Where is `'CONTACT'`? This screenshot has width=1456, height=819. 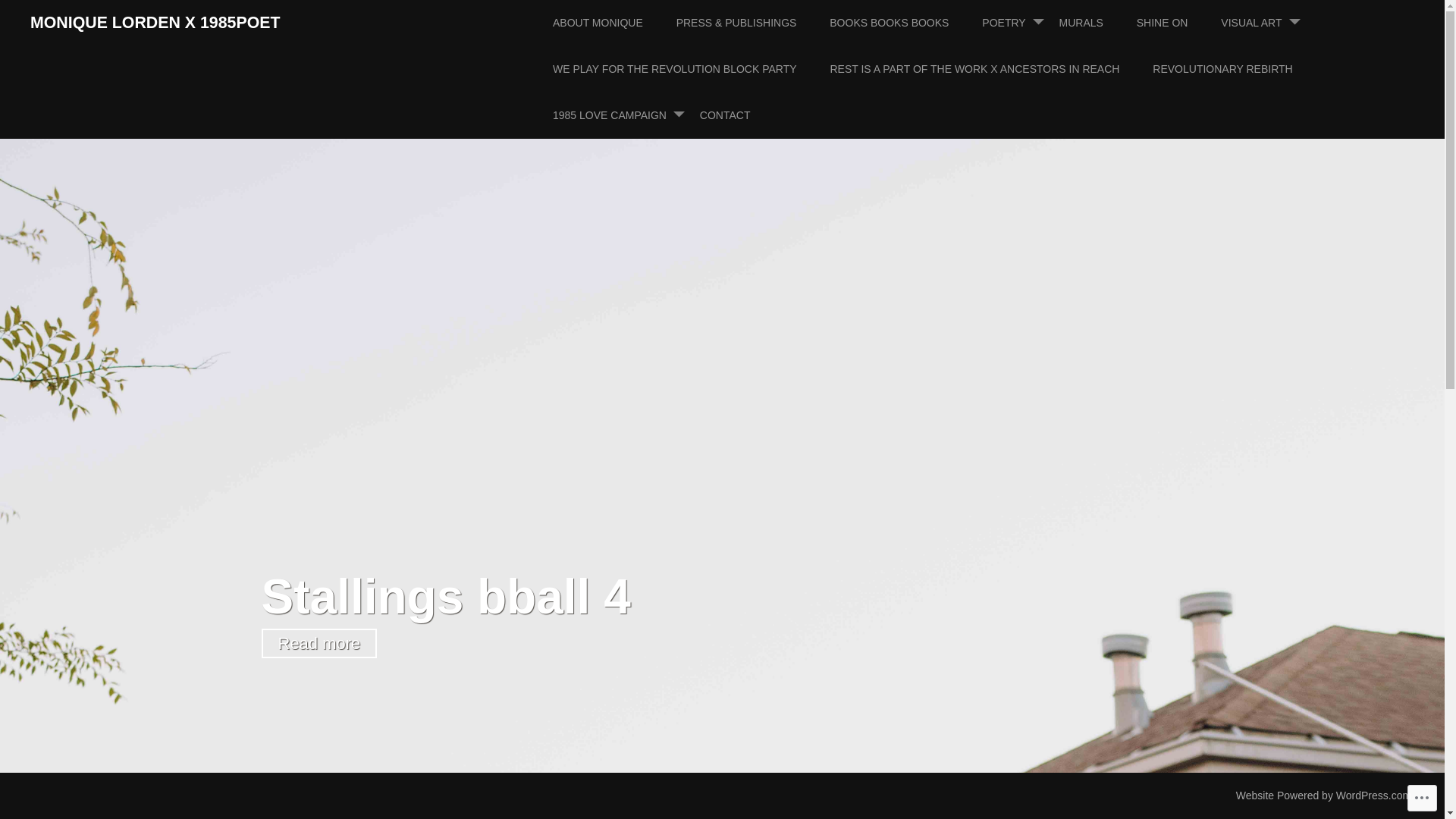
'CONTACT' is located at coordinates (740, 115).